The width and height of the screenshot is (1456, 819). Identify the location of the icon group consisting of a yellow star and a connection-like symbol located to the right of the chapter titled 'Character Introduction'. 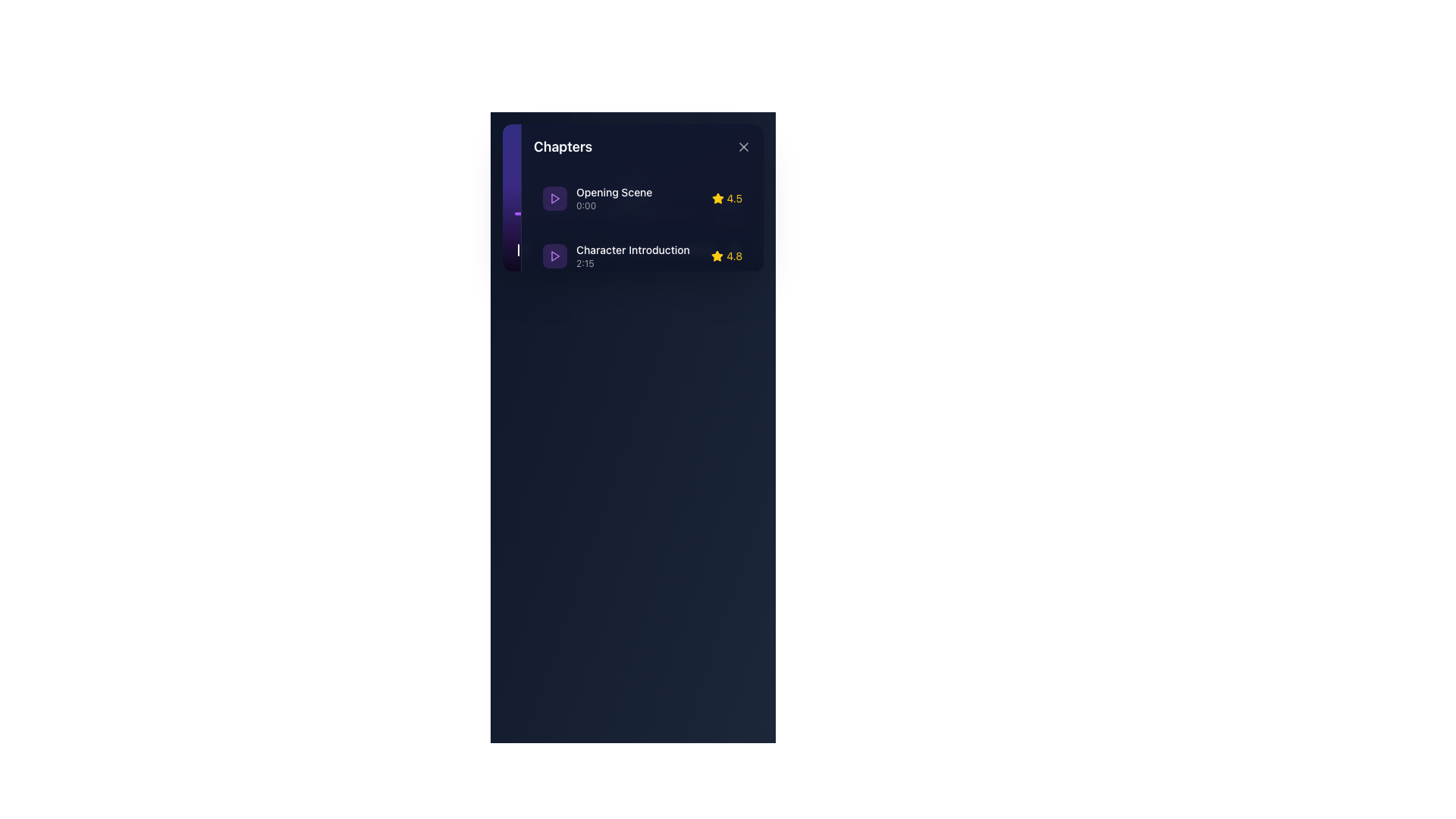
(735, 249).